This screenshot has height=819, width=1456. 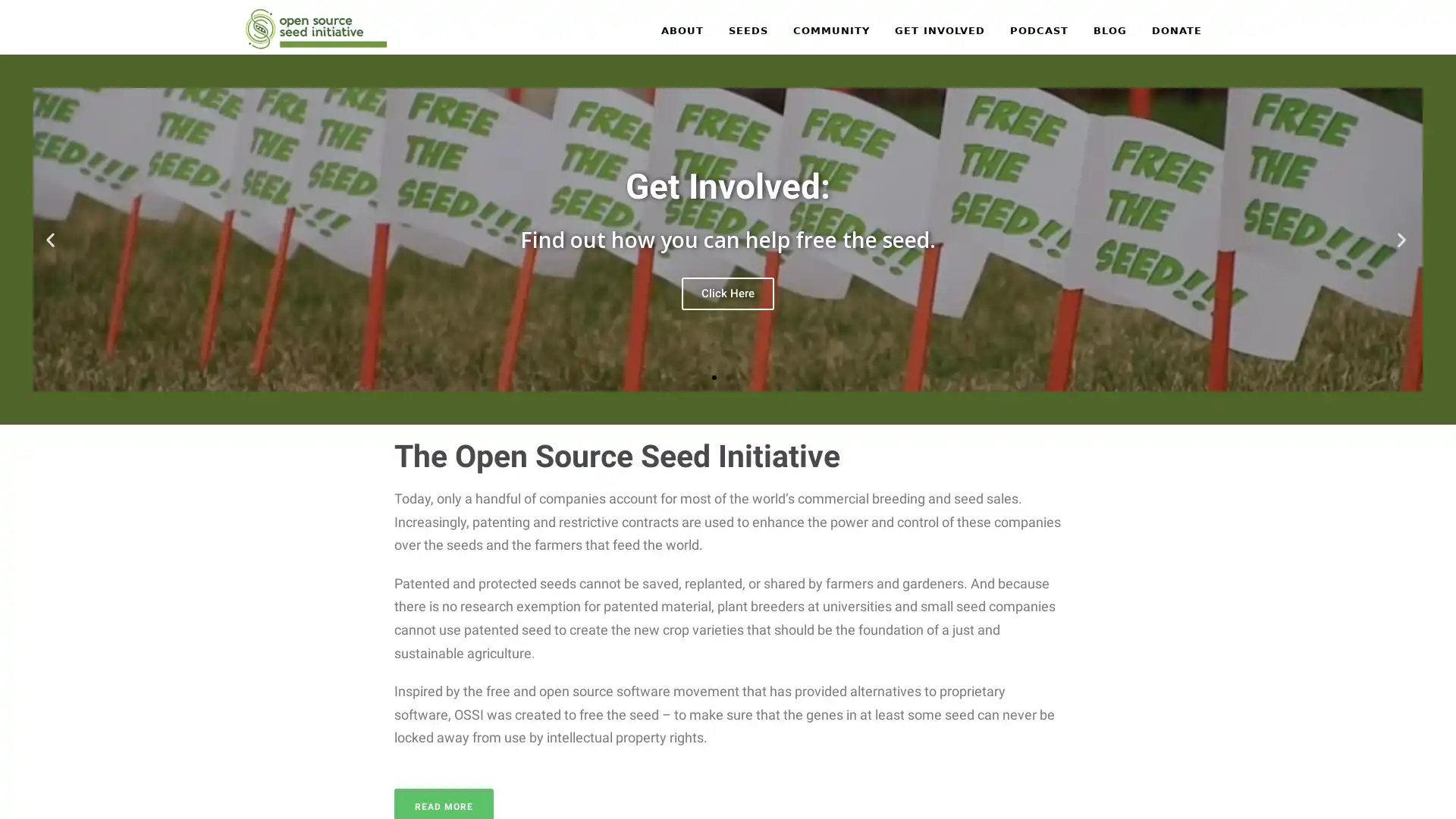 I want to click on Next slide, so click(x=1403, y=239).